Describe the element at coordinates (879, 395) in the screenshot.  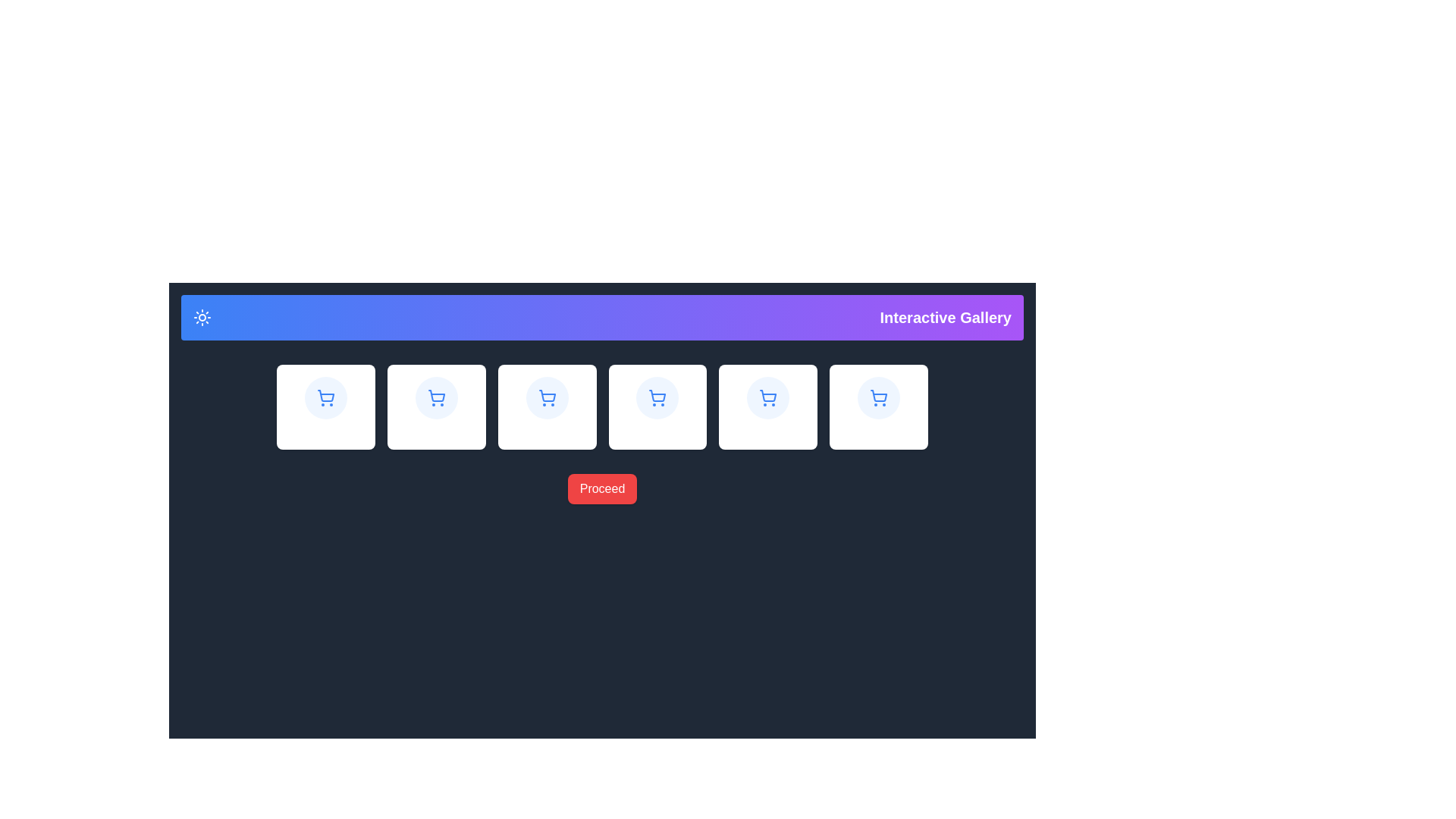
I see `the shopping cart icon, which is centrally positioned in one of the square cards on the interface` at that location.